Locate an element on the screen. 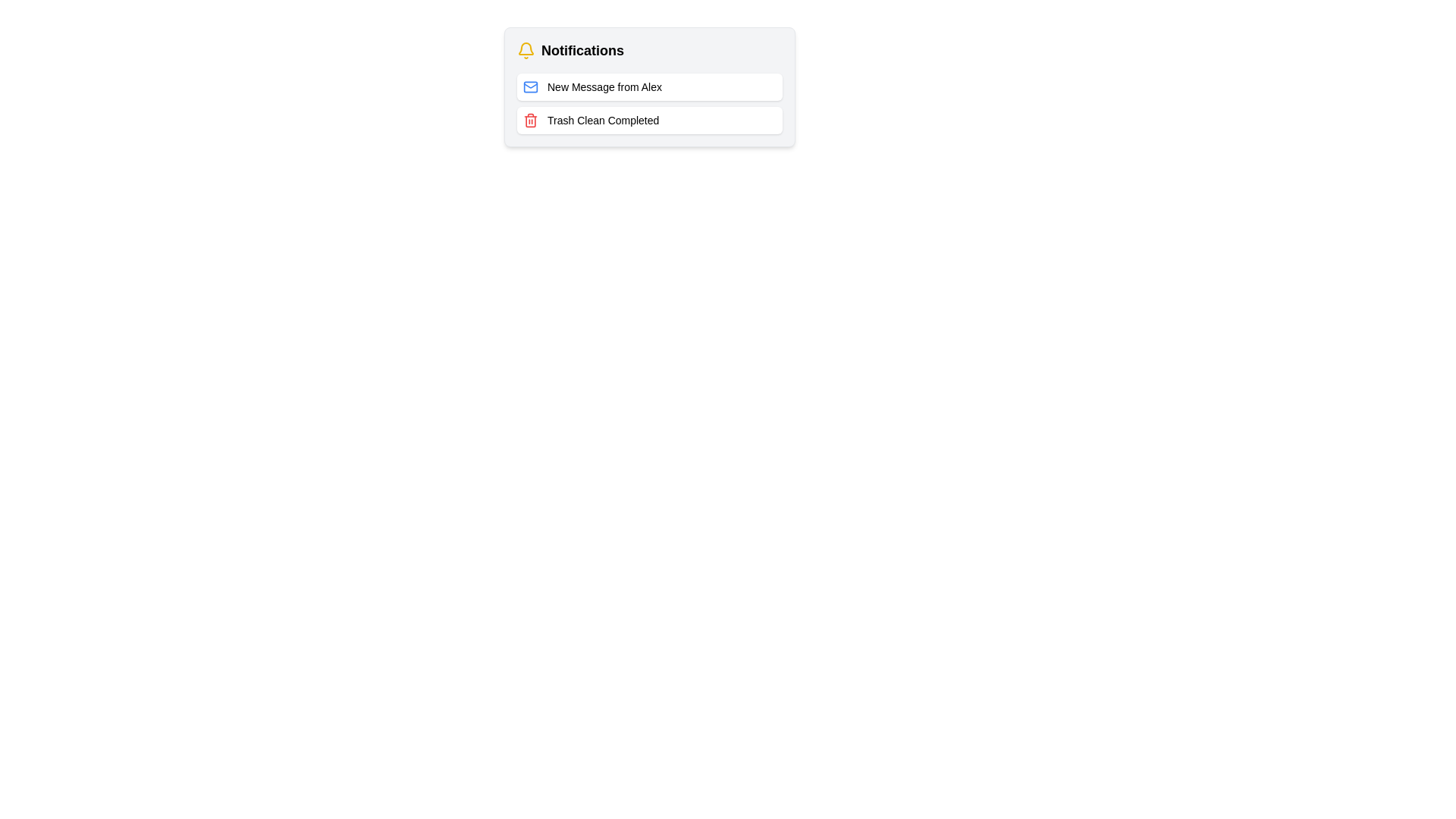 This screenshot has width=1456, height=819. the notification item 'New Message from Alex' from the list is located at coordinates (650, 87).